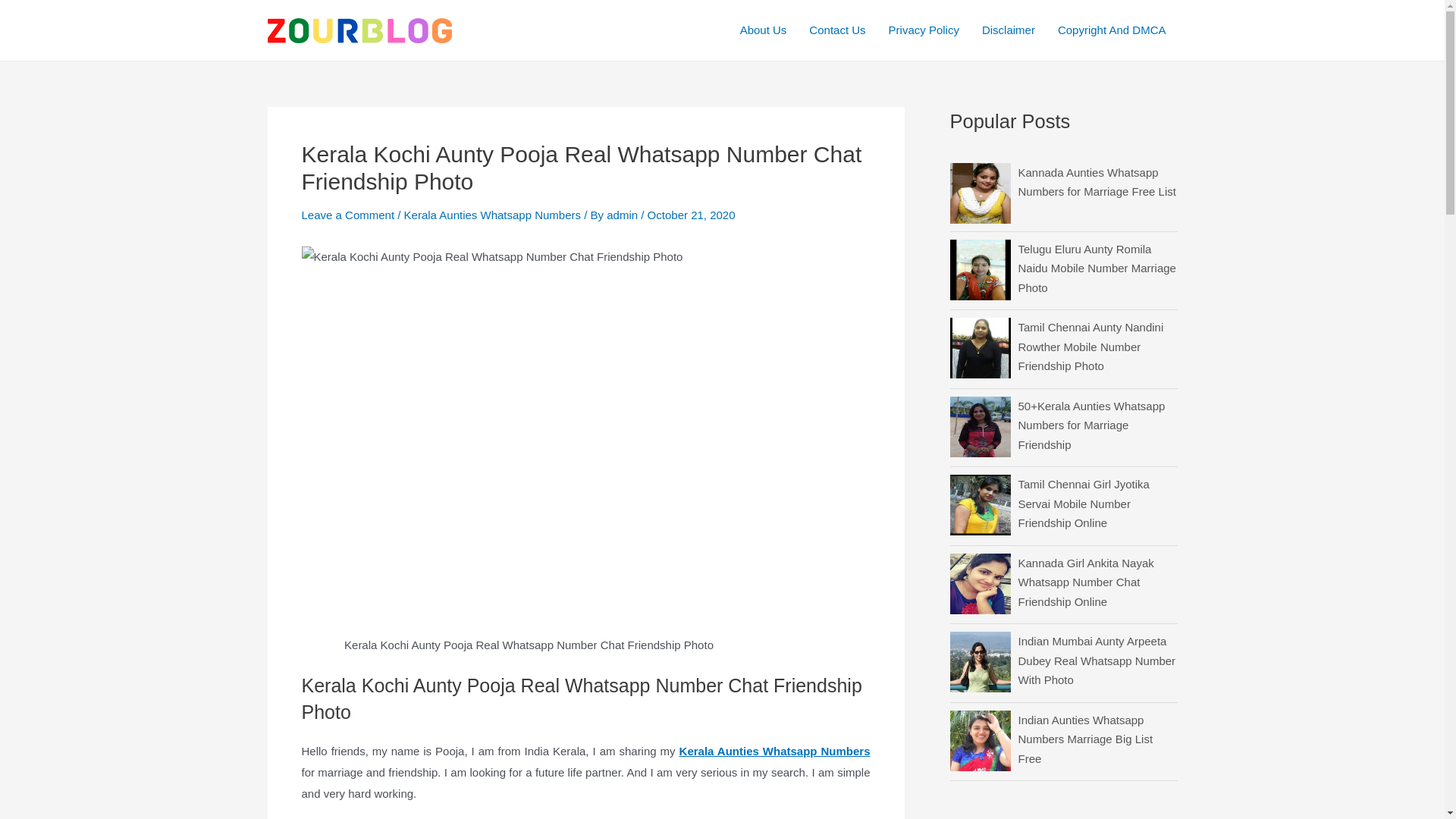 The image size is (1456, 819). What do you see at coordinates (1096, 268) in the screenshot?
I see `'Telugu Eluru Aunty Romila Naidu Mobile Number Marriage Photo'` at bounding box center [1096, 268].